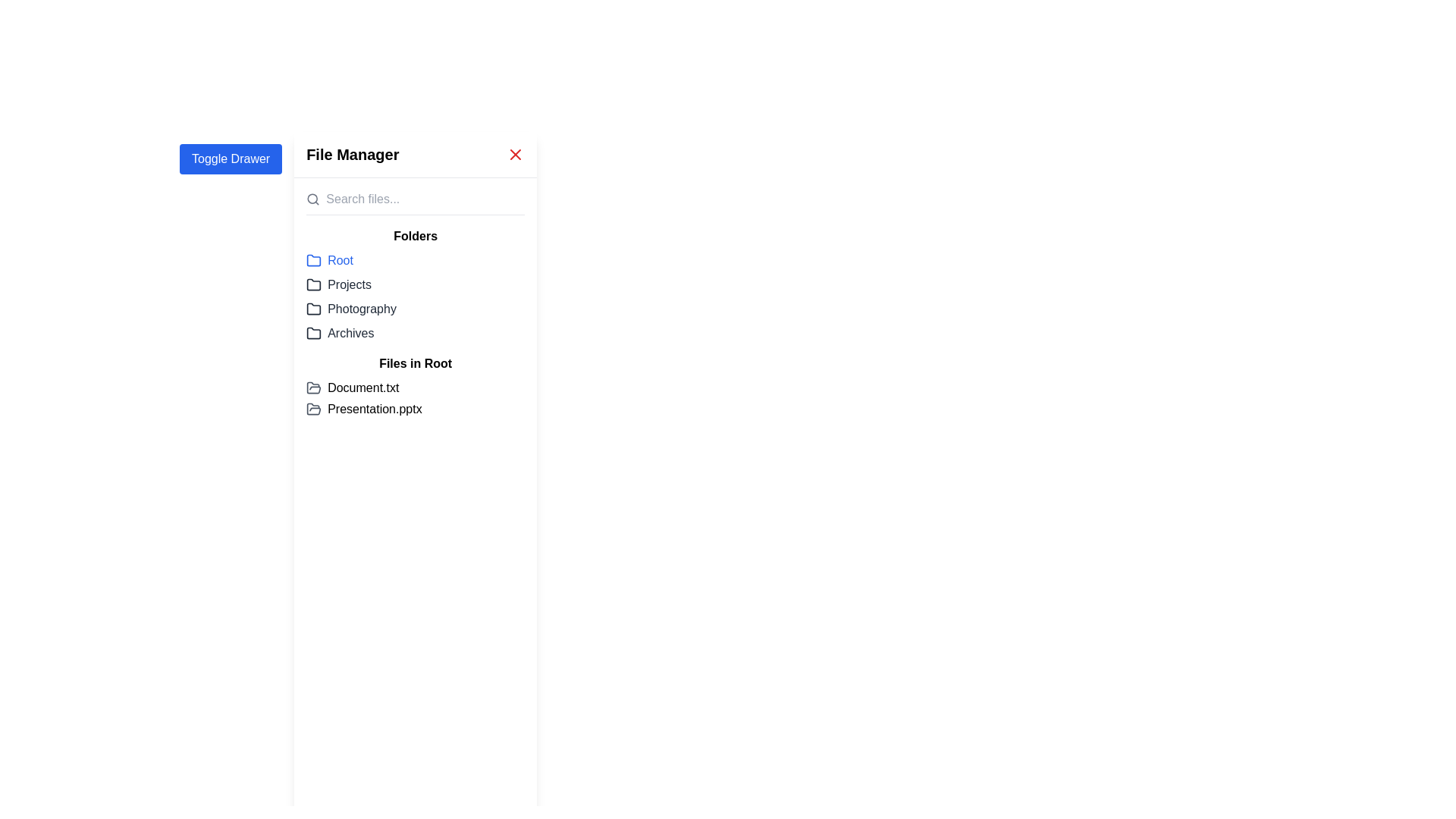 The height and width of the screenshot is (819, 1456). Describe the element at coordinates (313, 284) in the screenshot. I see `the folder icon representing the 'Projects' folder in the file management section, located in the left panel of the interface` at that location.